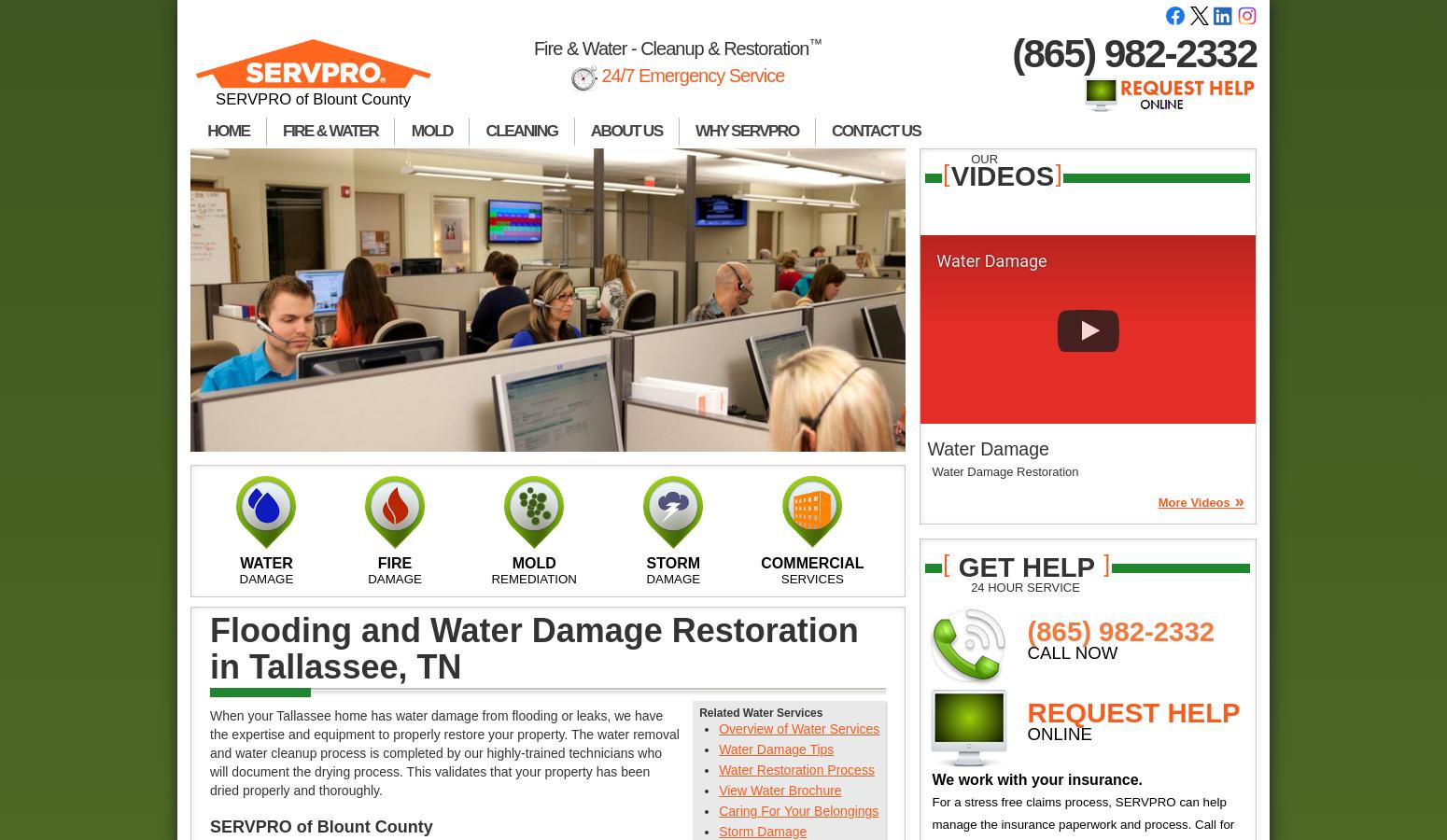 This screenshot has height=840, width=1447. What do you see at coordinates (670, 48) in the screenshot?
I see `'Fire & Water - Cleanup & Restoration'` at bounding box center [670, 48].